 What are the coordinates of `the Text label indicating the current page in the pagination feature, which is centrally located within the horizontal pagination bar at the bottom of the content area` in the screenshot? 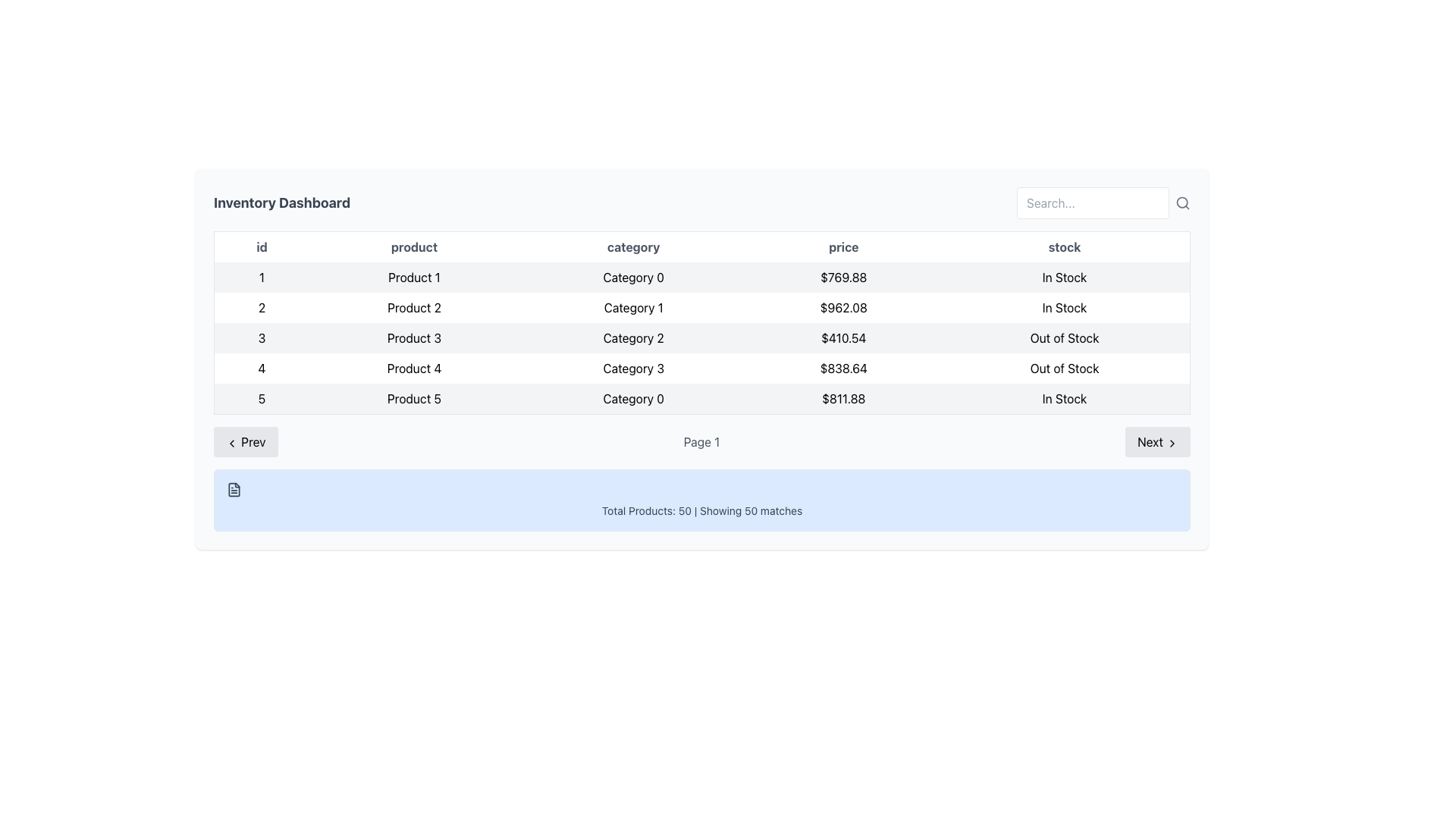 It's located at (701, 441).